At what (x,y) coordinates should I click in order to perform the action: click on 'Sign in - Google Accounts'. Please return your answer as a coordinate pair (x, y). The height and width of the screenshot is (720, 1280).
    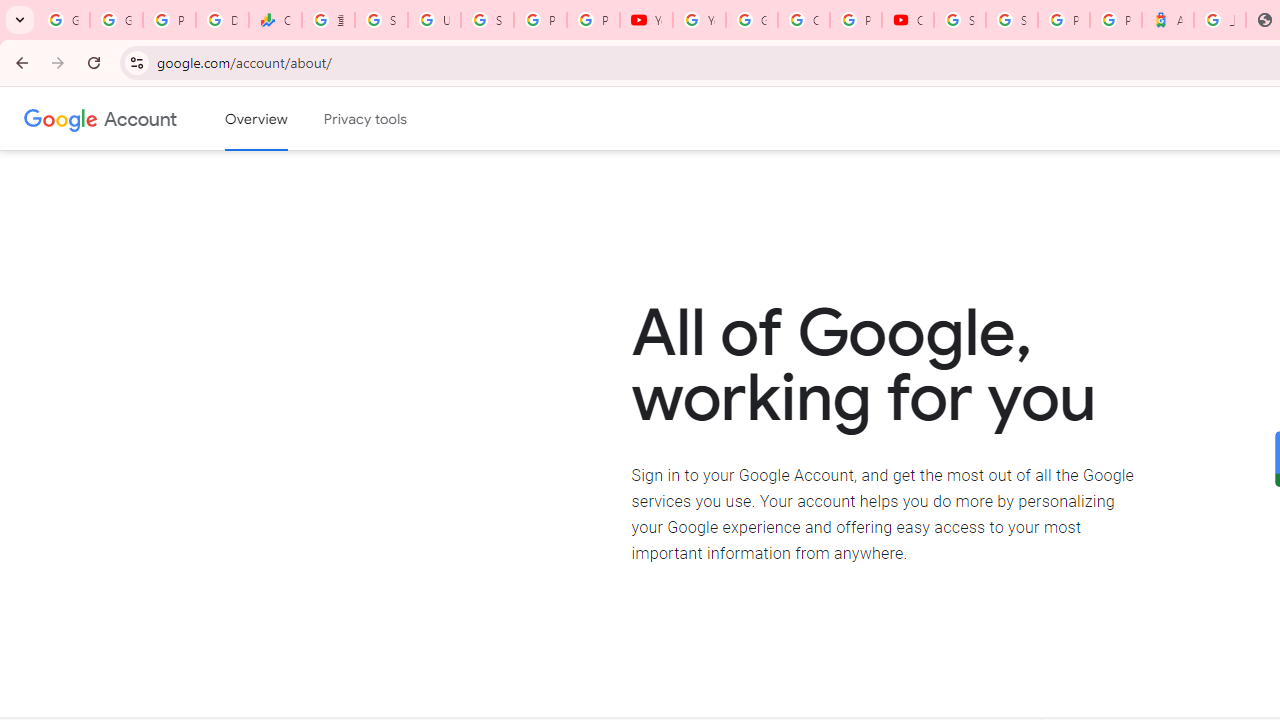
    Looking at the image, I should click on (960, 20).